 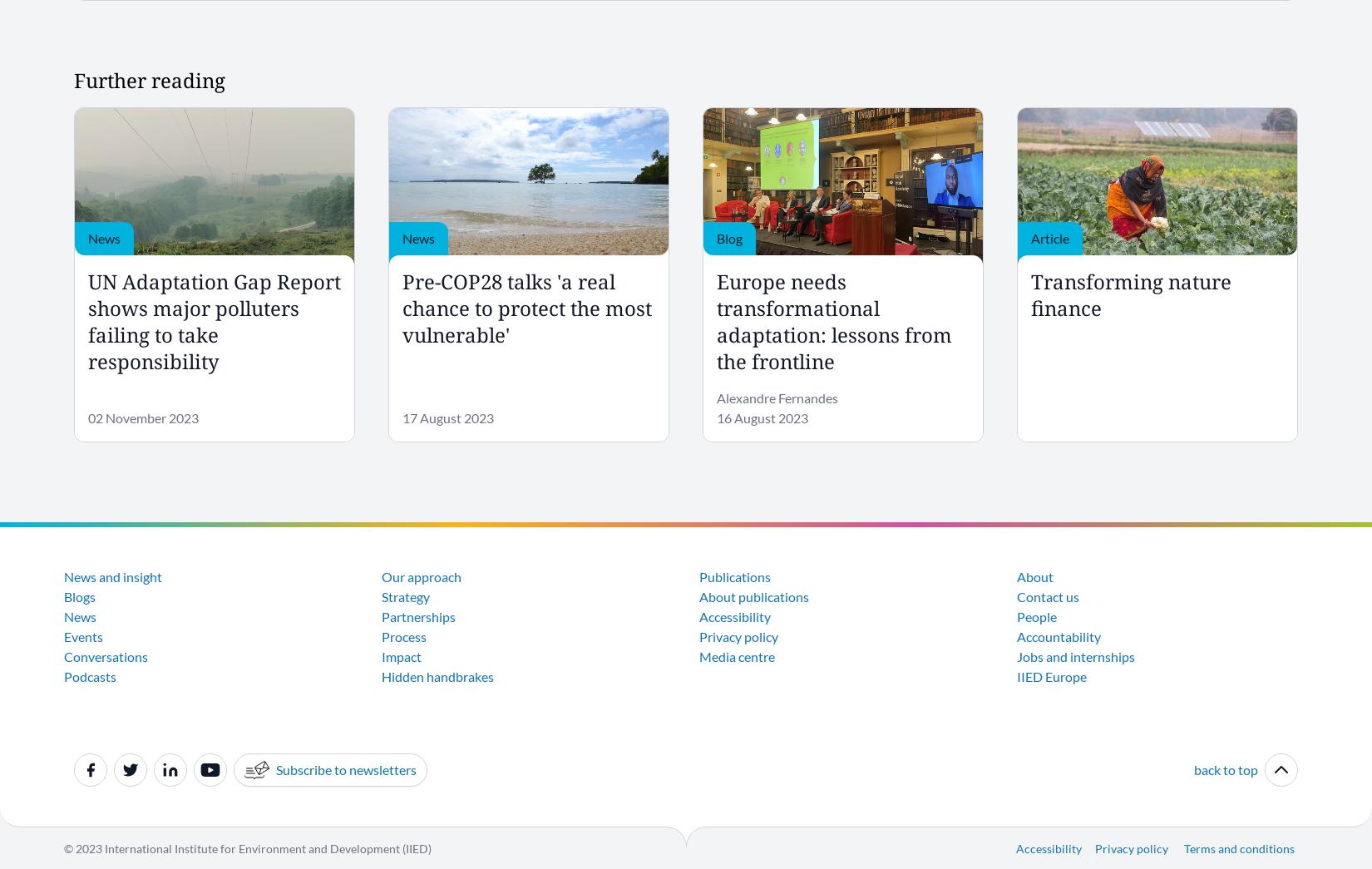 What do you see at coordinates (735, 575) in the screenshot?
I see `'Publications'` at bounding box center [735, 575].